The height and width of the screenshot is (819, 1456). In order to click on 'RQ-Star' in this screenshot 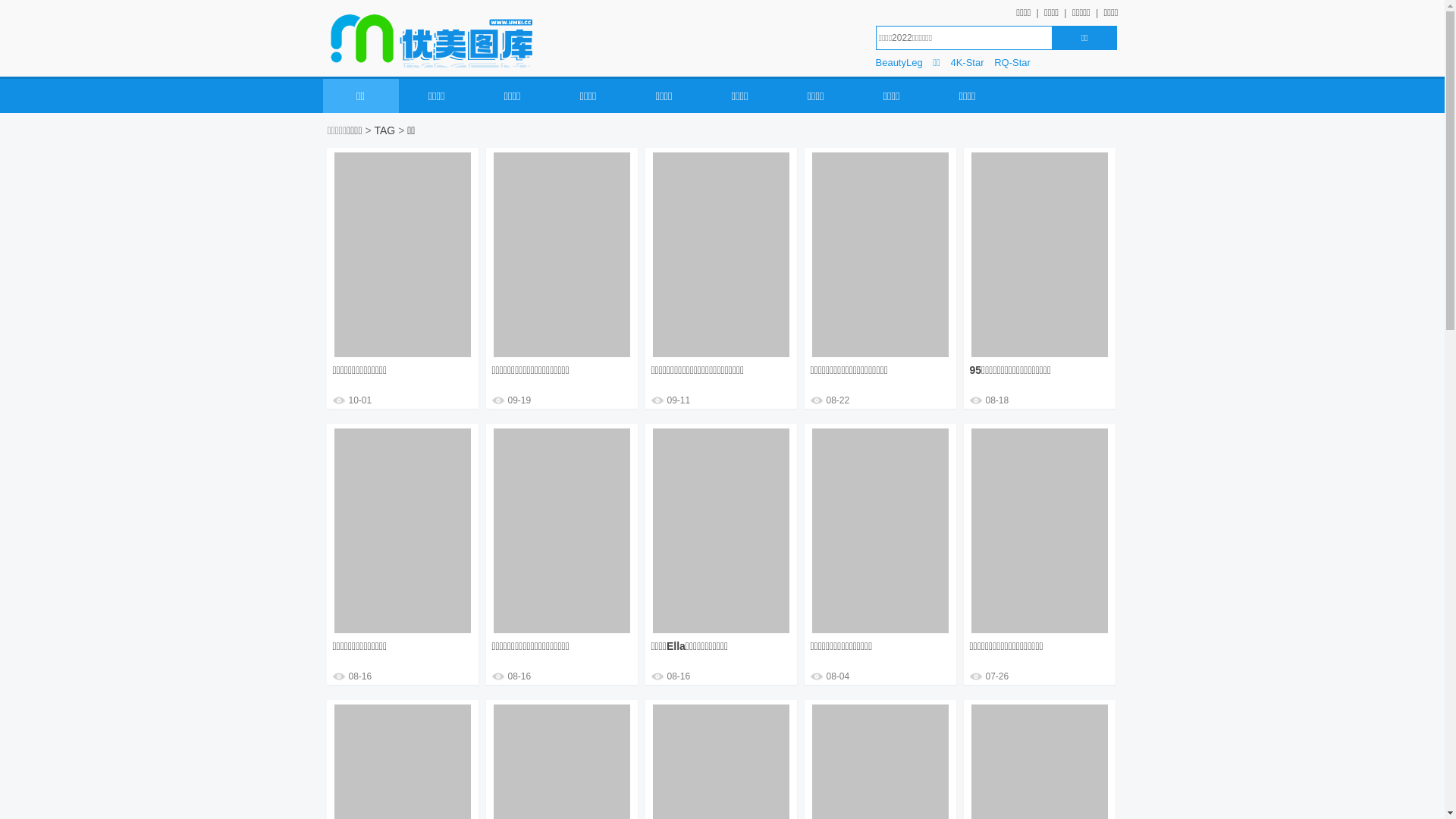, I will do `click(993, 62)`.